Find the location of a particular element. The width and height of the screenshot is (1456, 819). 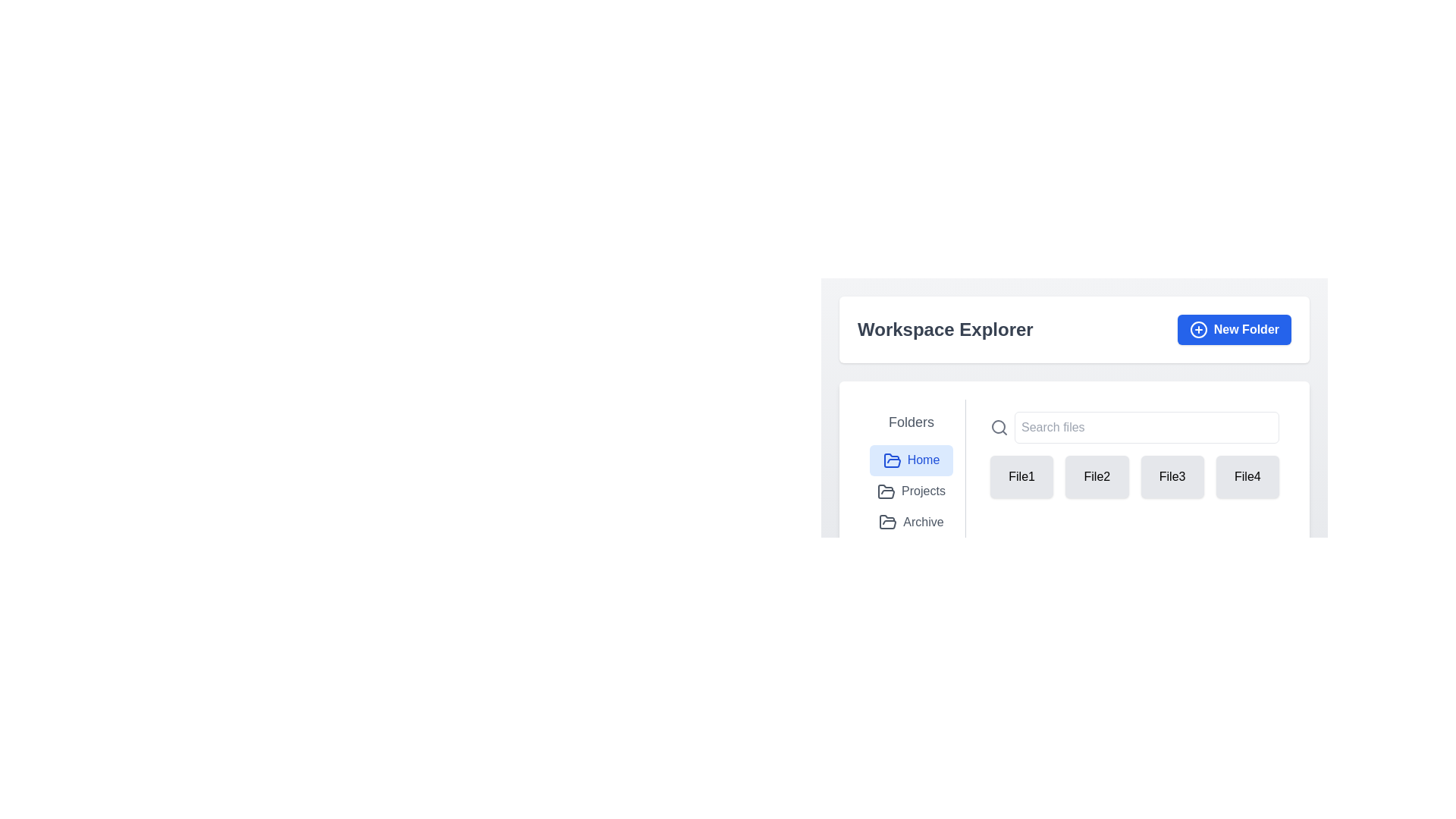

the open folder icon located to the left of the 'Projects' text in the folder navigation menu under the 'Folders' section is located at coordinates (886, 491).